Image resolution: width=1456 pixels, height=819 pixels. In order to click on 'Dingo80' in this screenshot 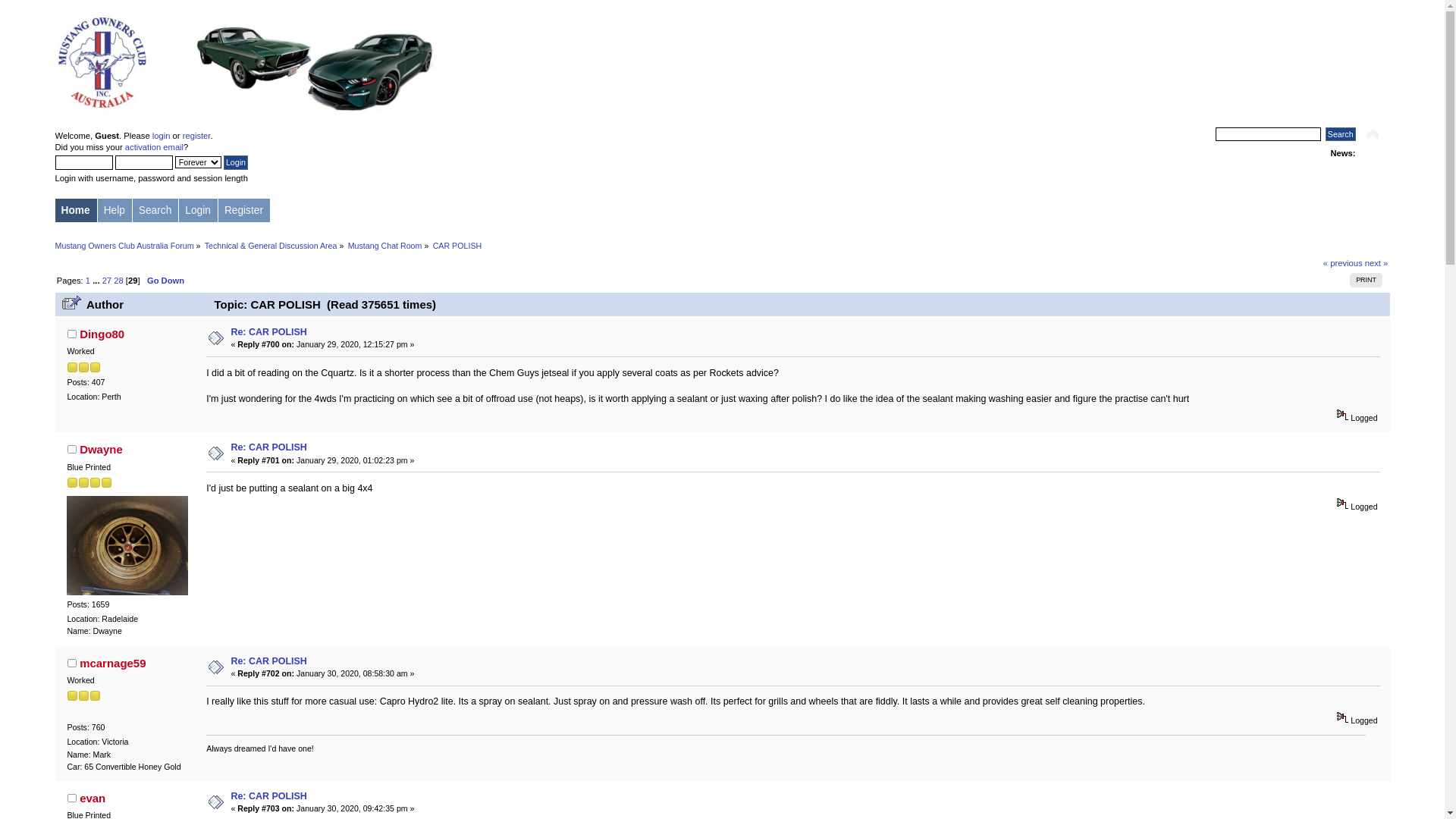, I will do `click(101, 333)`.